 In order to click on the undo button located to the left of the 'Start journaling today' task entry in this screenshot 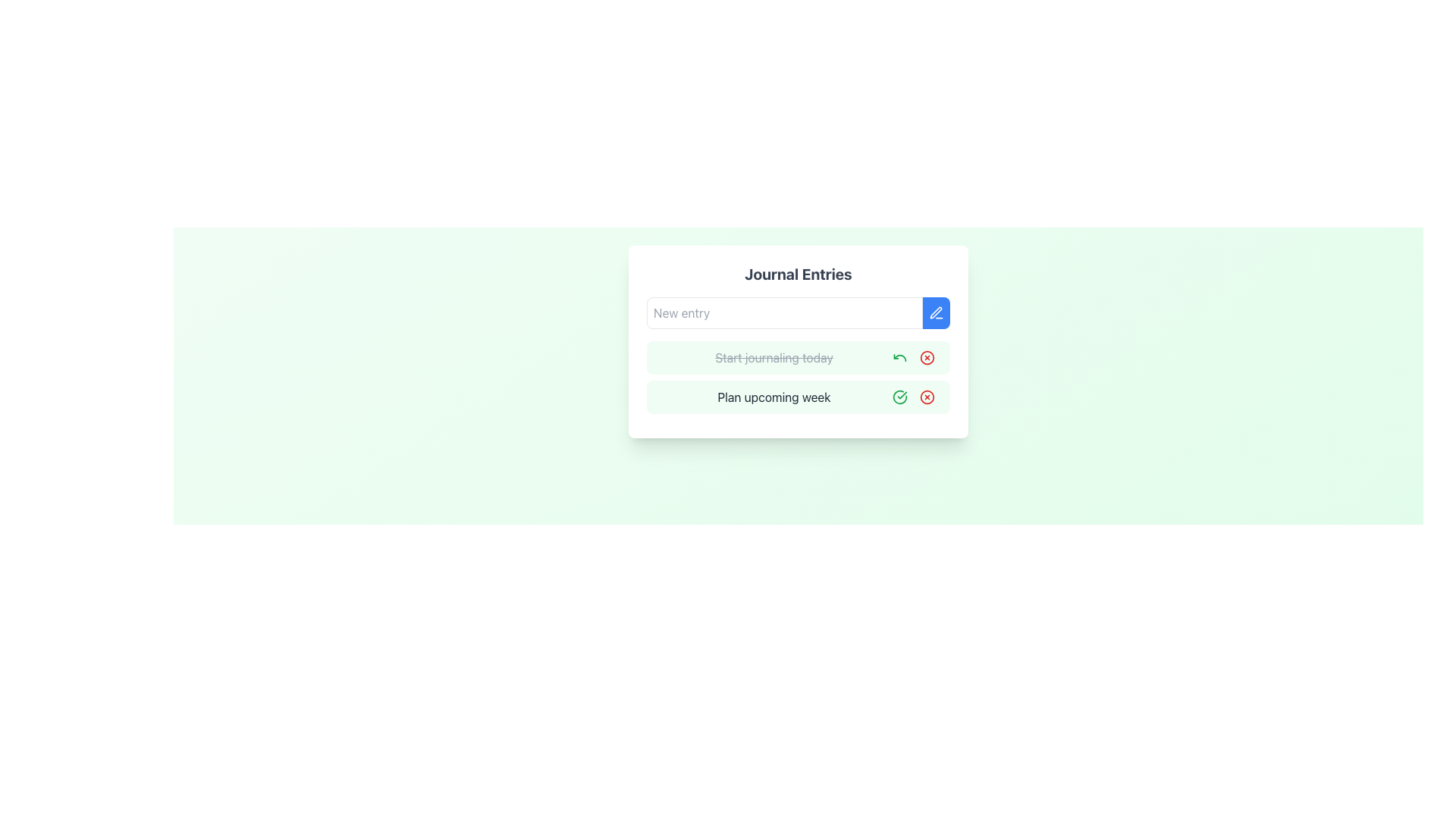, I will do `click(899, 357)`.